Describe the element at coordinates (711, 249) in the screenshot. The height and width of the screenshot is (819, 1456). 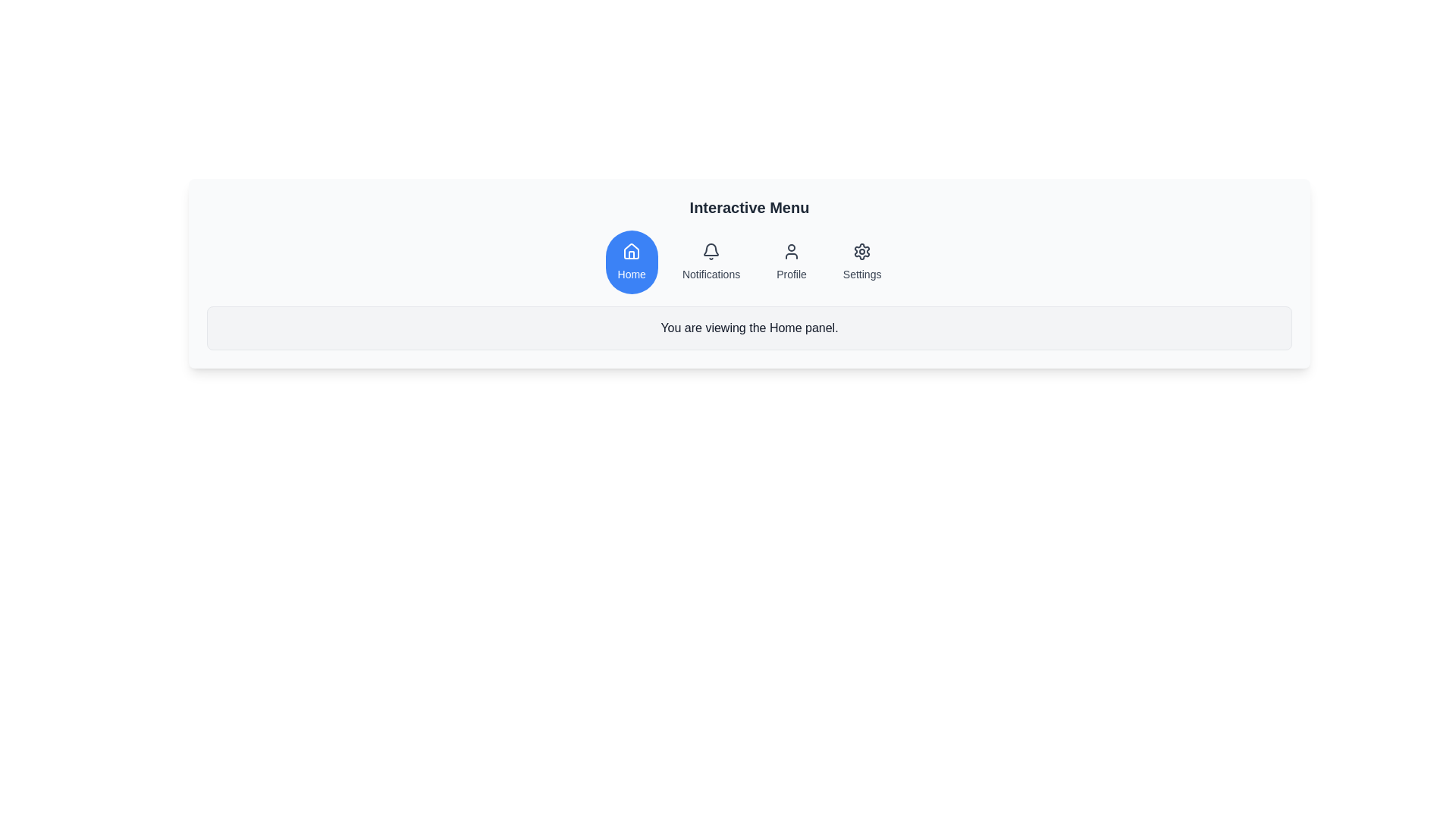
I see `the bell-shaped notification icon, which is the second icon in the navigation menu, designed as a simple outline, indicating the notification center` at that location.